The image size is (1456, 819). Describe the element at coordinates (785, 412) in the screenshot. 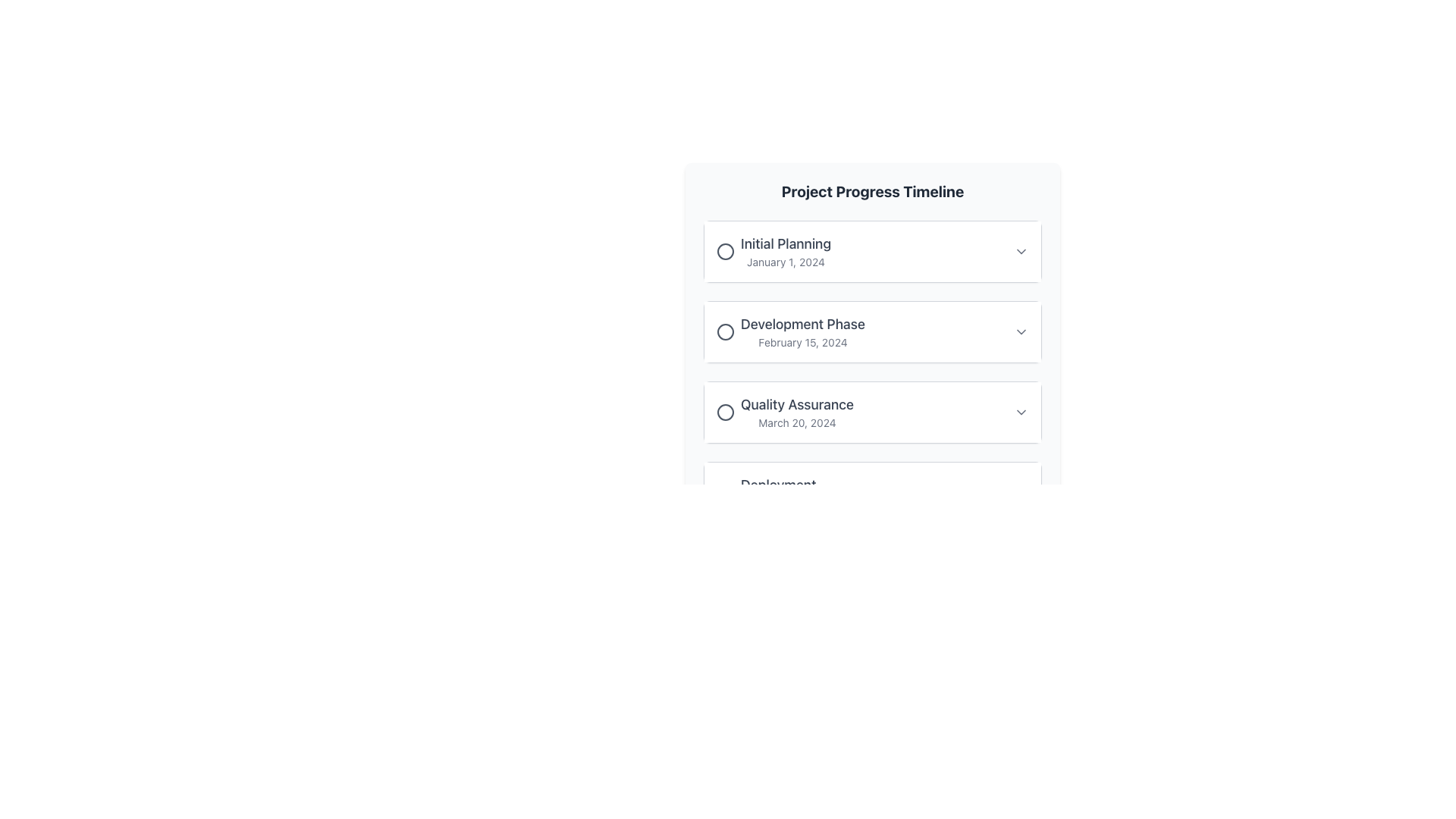

I see `the 'Quality Assurance' milestone item in the timeline` at that location.